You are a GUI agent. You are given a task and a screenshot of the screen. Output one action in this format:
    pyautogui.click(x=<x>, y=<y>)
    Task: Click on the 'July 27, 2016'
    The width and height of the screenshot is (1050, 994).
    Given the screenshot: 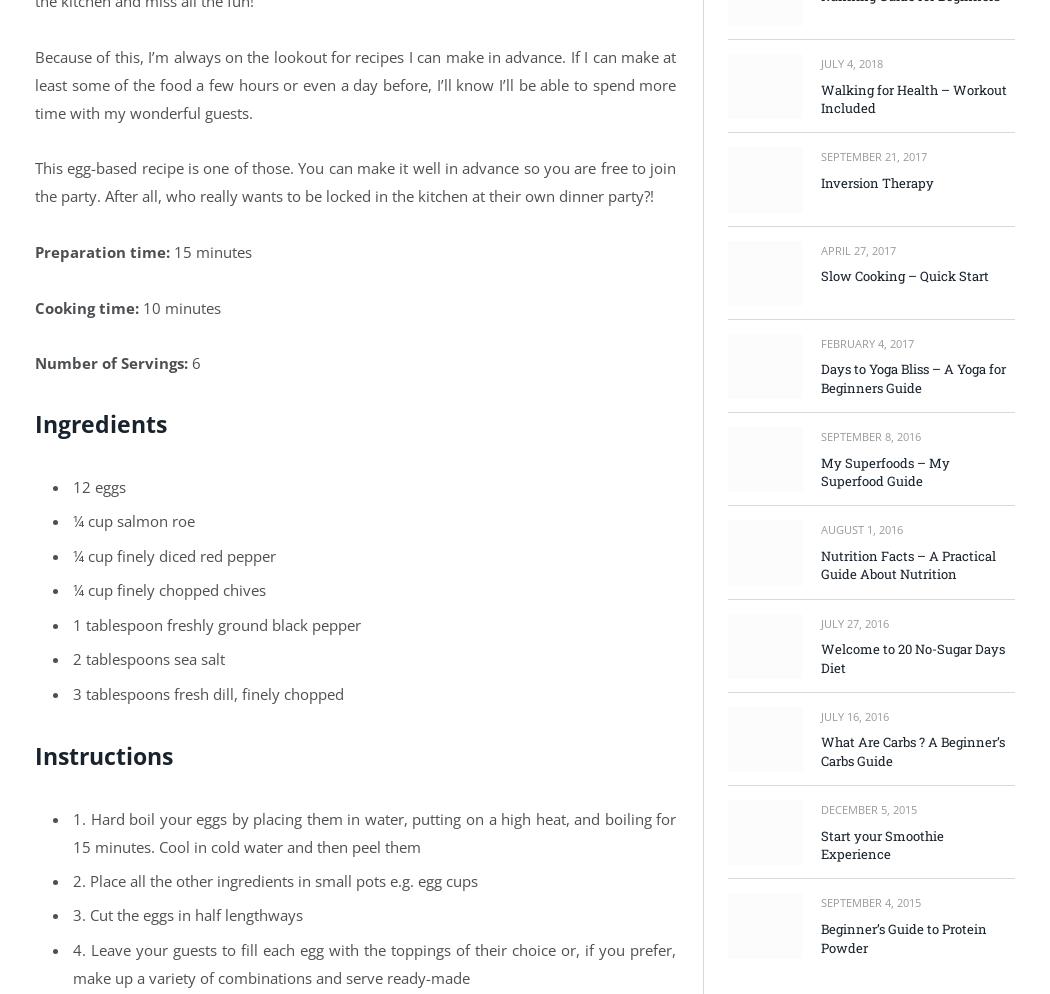 What is the action you would take?
    pyautogui.click(x=855, y=621)
    